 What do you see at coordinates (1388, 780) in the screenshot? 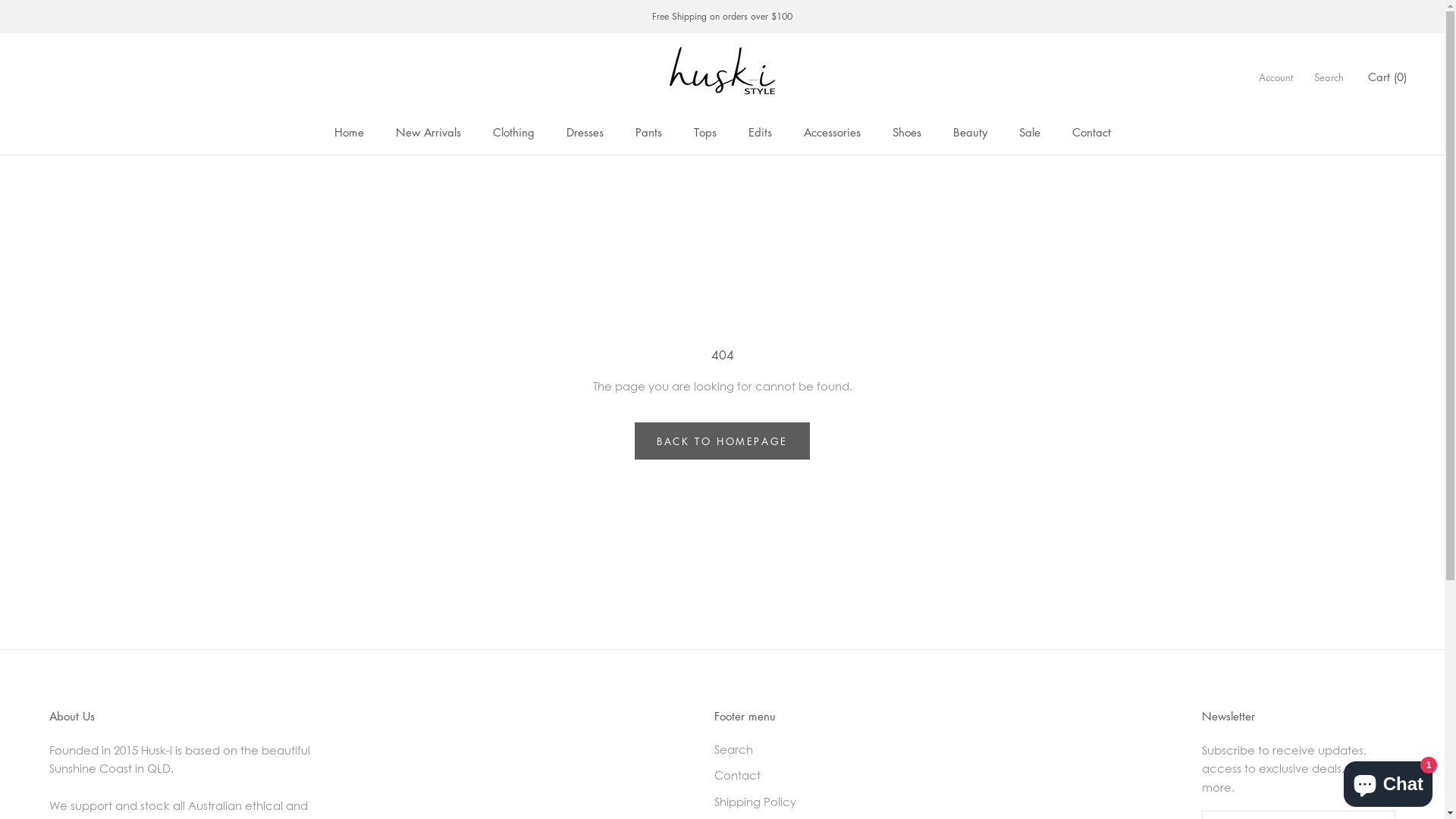
I see `'Shopify online store chat'` at bounding box center [1388, 780].